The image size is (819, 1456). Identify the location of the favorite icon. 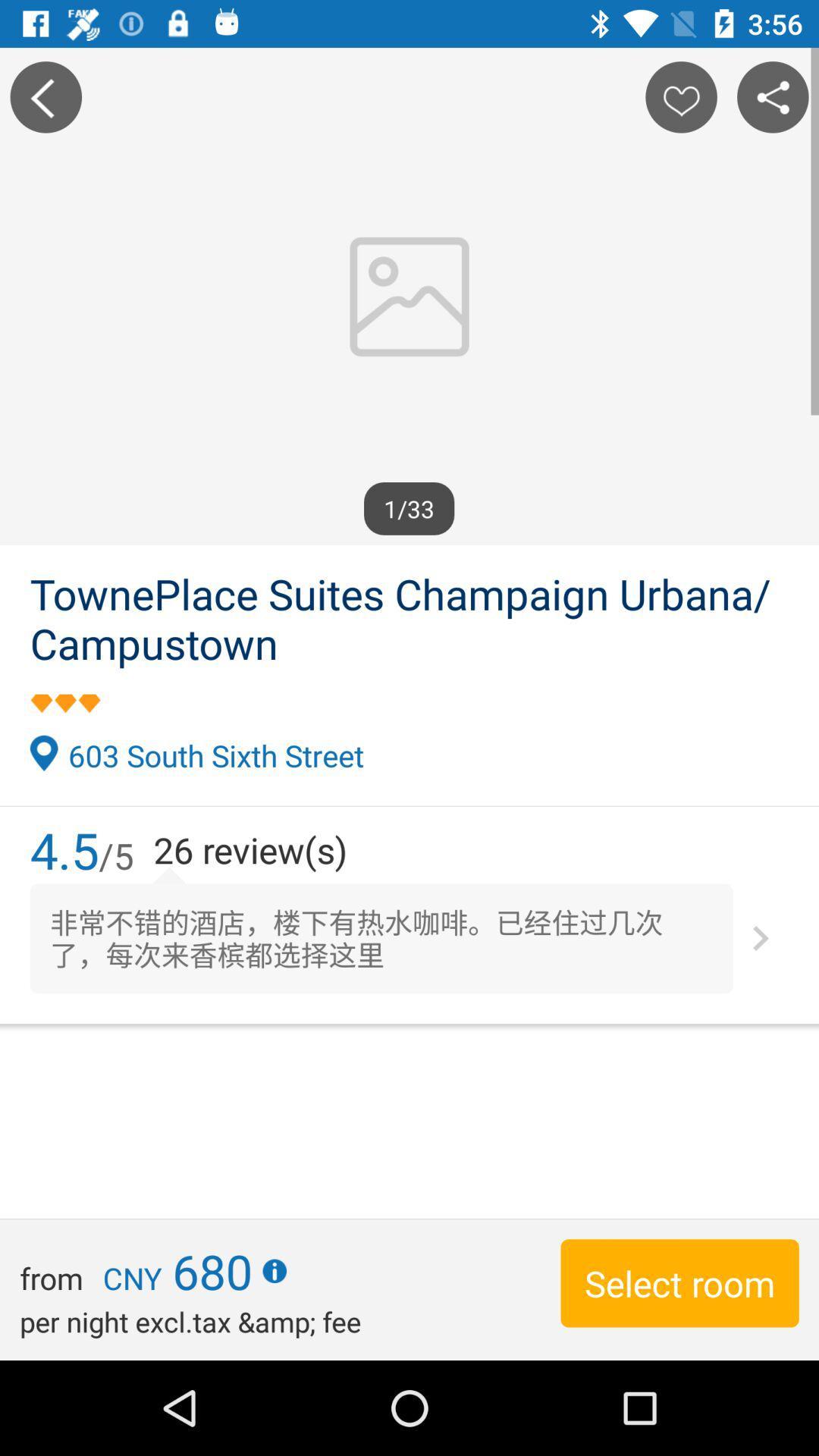
(680, 96).